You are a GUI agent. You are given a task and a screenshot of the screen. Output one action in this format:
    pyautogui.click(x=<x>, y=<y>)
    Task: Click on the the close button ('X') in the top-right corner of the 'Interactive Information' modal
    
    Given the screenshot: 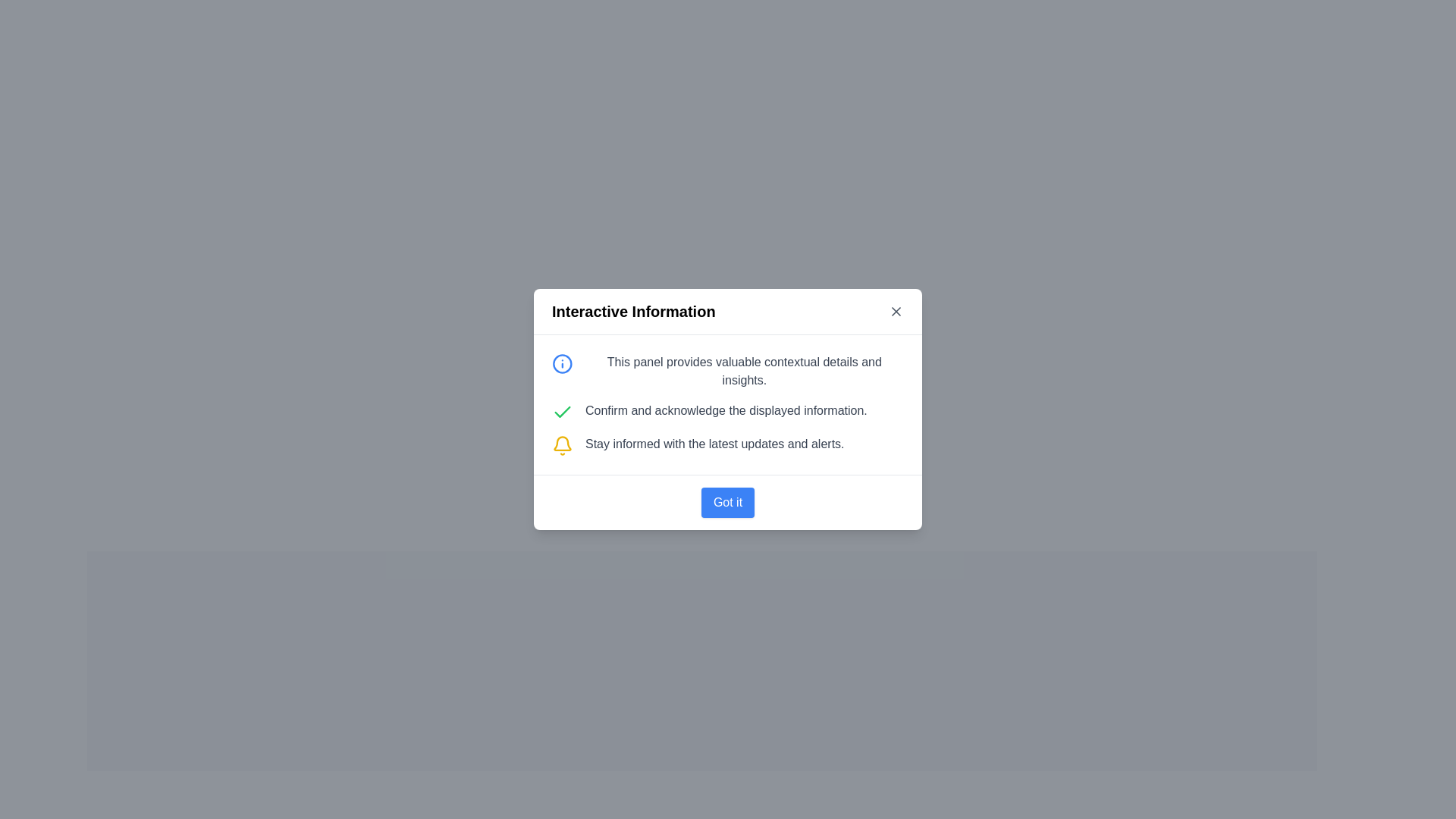 What is the action you would take?
    pyautogui.click(x=896, y=311)
    